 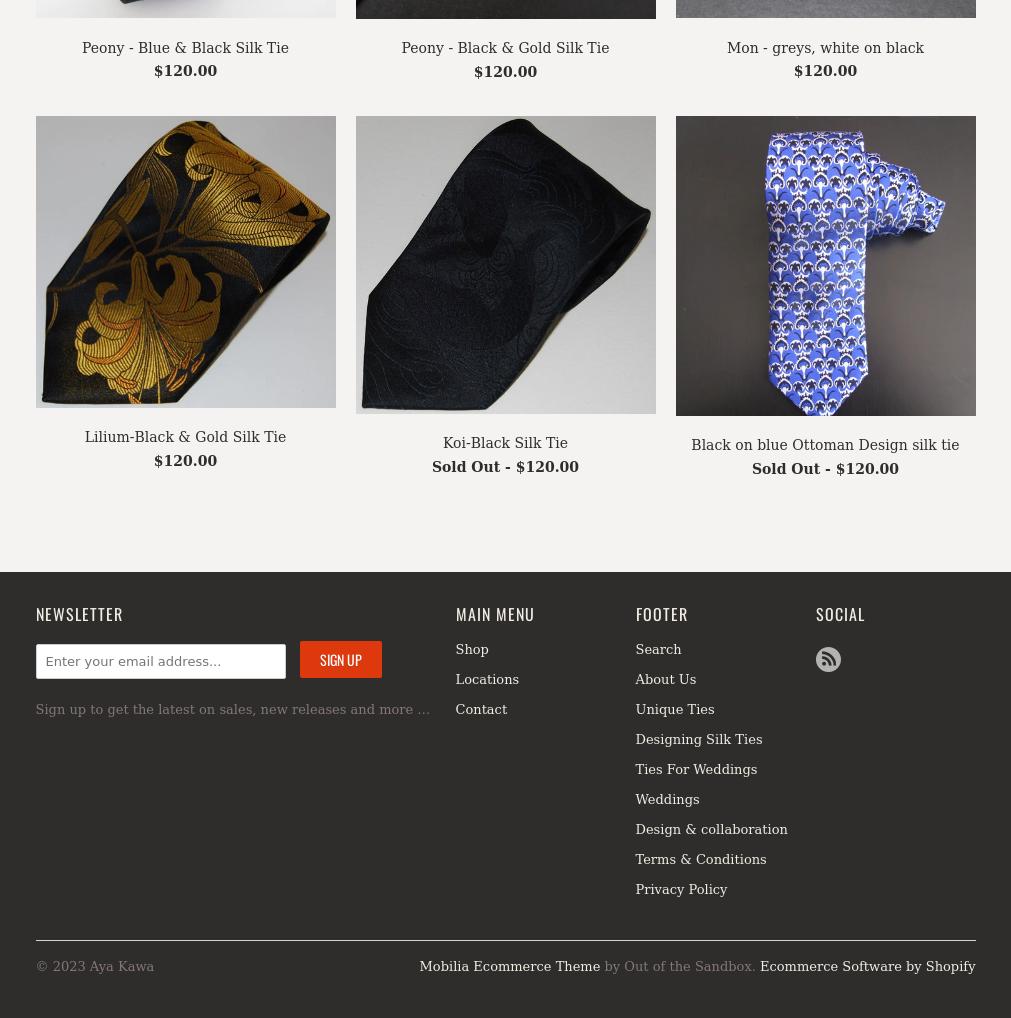 What do you see at coordinates (697, 737) in the screenshot?
I see `'Designing Silk Ties'` at bounding box center [697, 737].